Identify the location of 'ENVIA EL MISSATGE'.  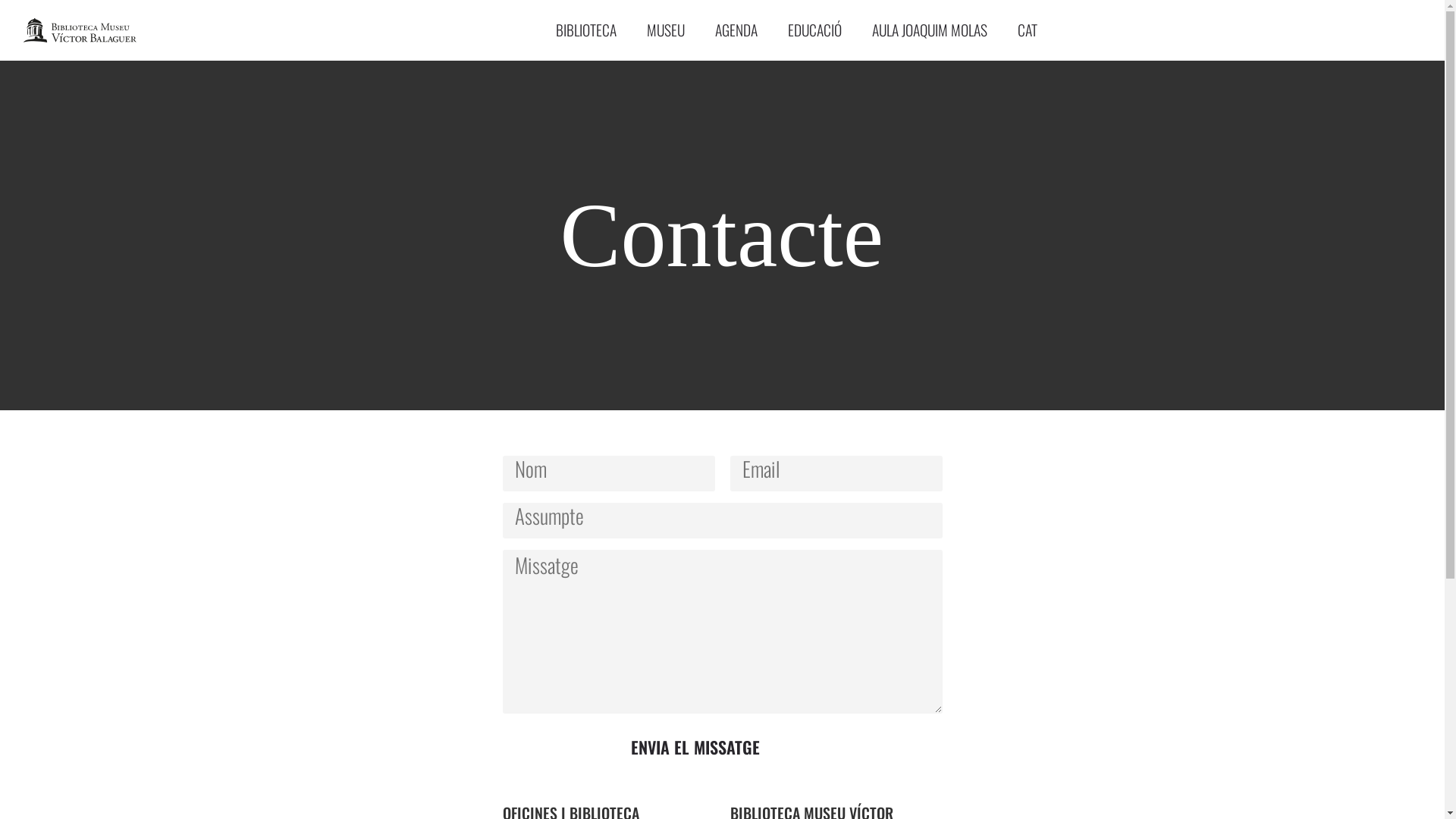
(694, 746).